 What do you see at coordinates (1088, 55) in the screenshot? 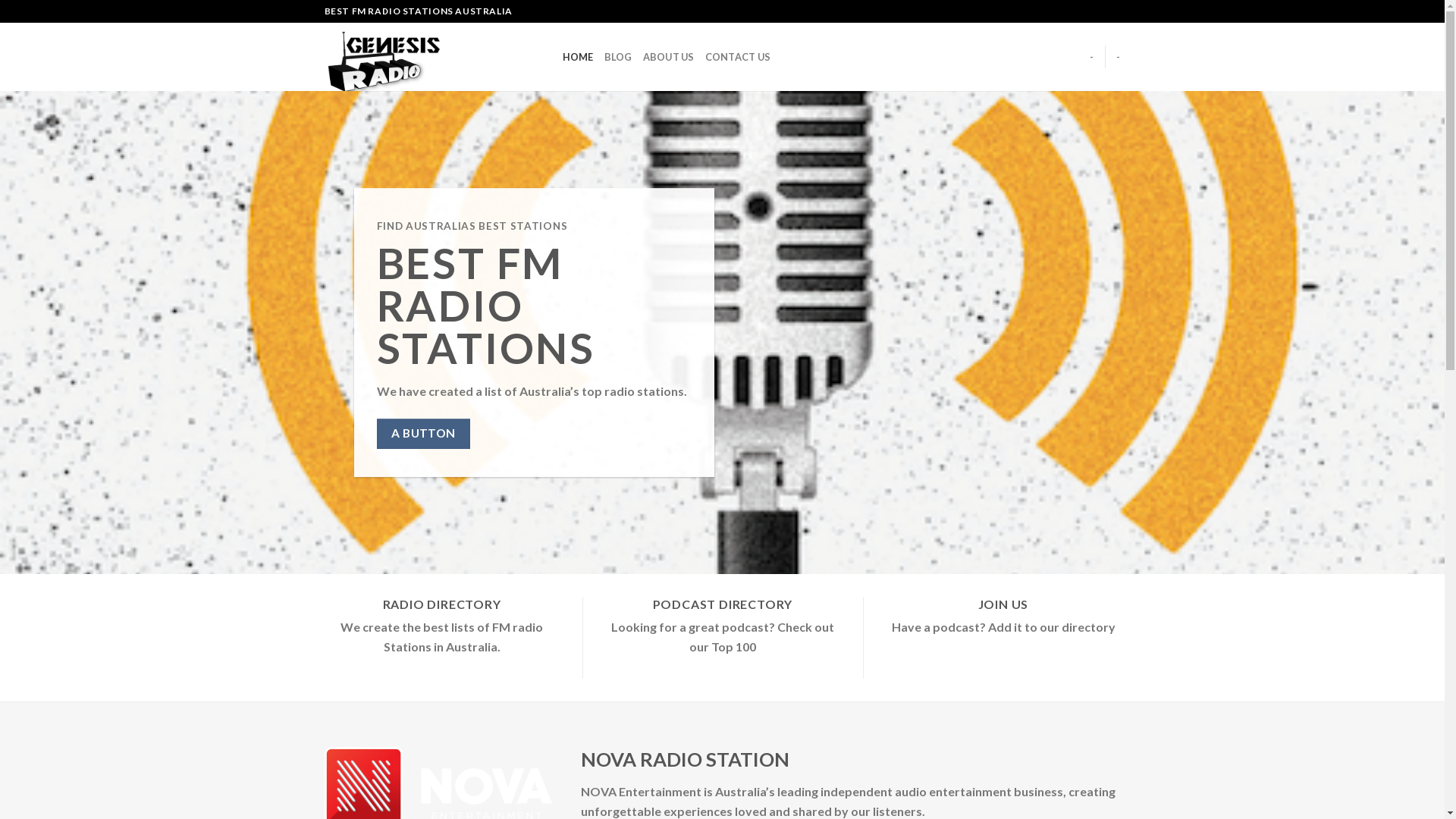
I see `'-'` at bounding box center [1088, 55].